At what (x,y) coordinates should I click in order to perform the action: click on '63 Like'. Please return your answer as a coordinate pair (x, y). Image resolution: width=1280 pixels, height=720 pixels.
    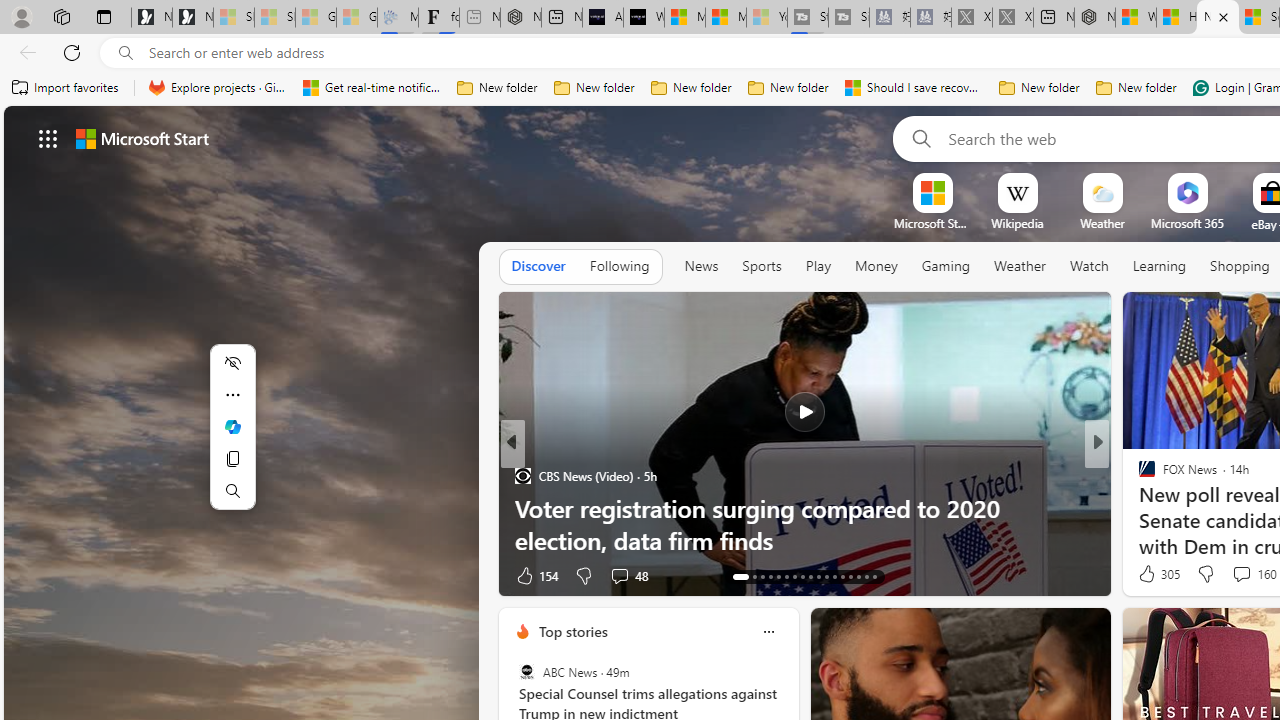
    Looking at the image, I should click on (1149, 575).